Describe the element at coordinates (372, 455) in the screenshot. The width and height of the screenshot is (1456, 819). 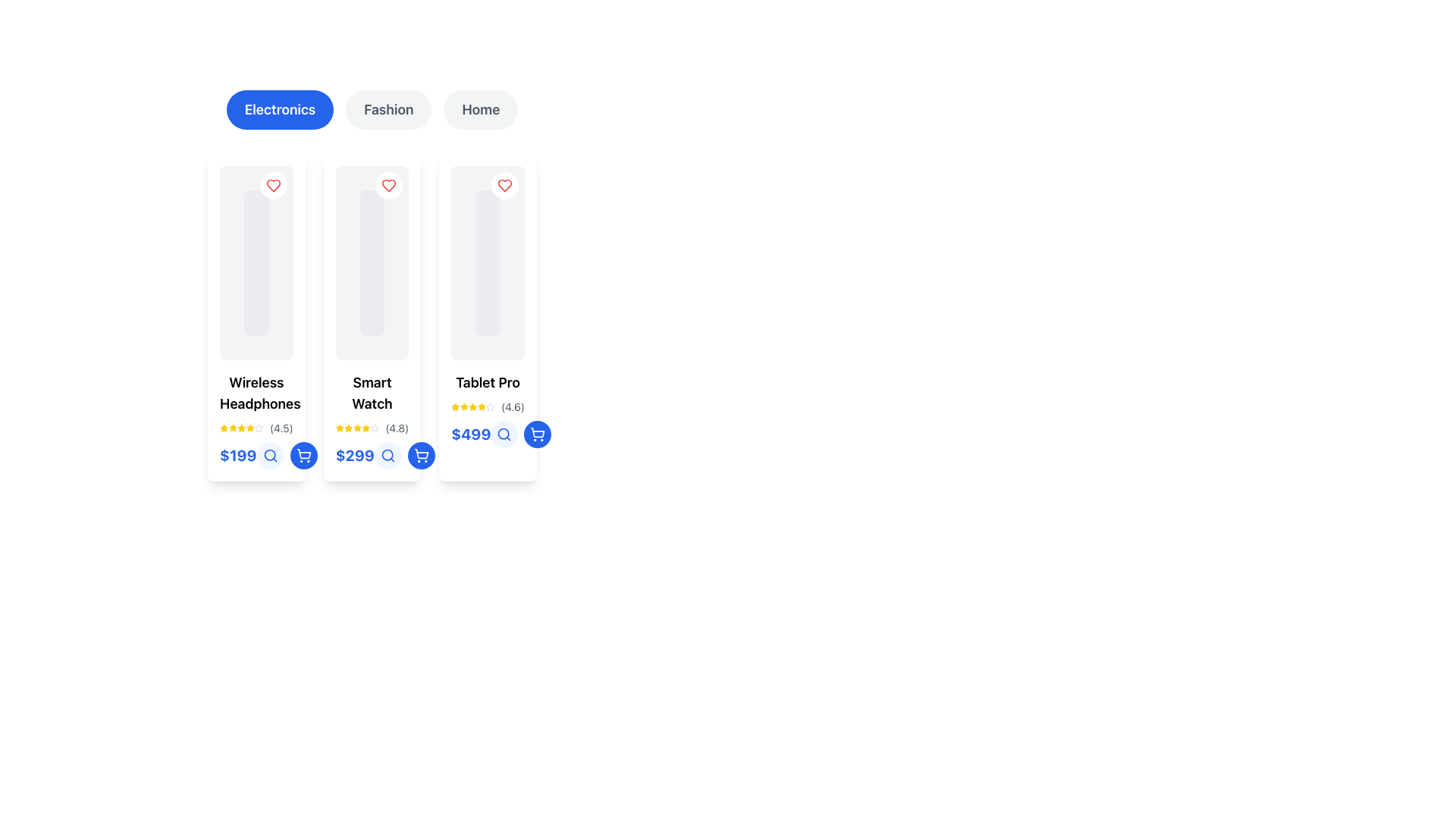
I see `the price tag indicating the cost of the 'Smart Watch' product, located at the bottom of the product card` at that location.